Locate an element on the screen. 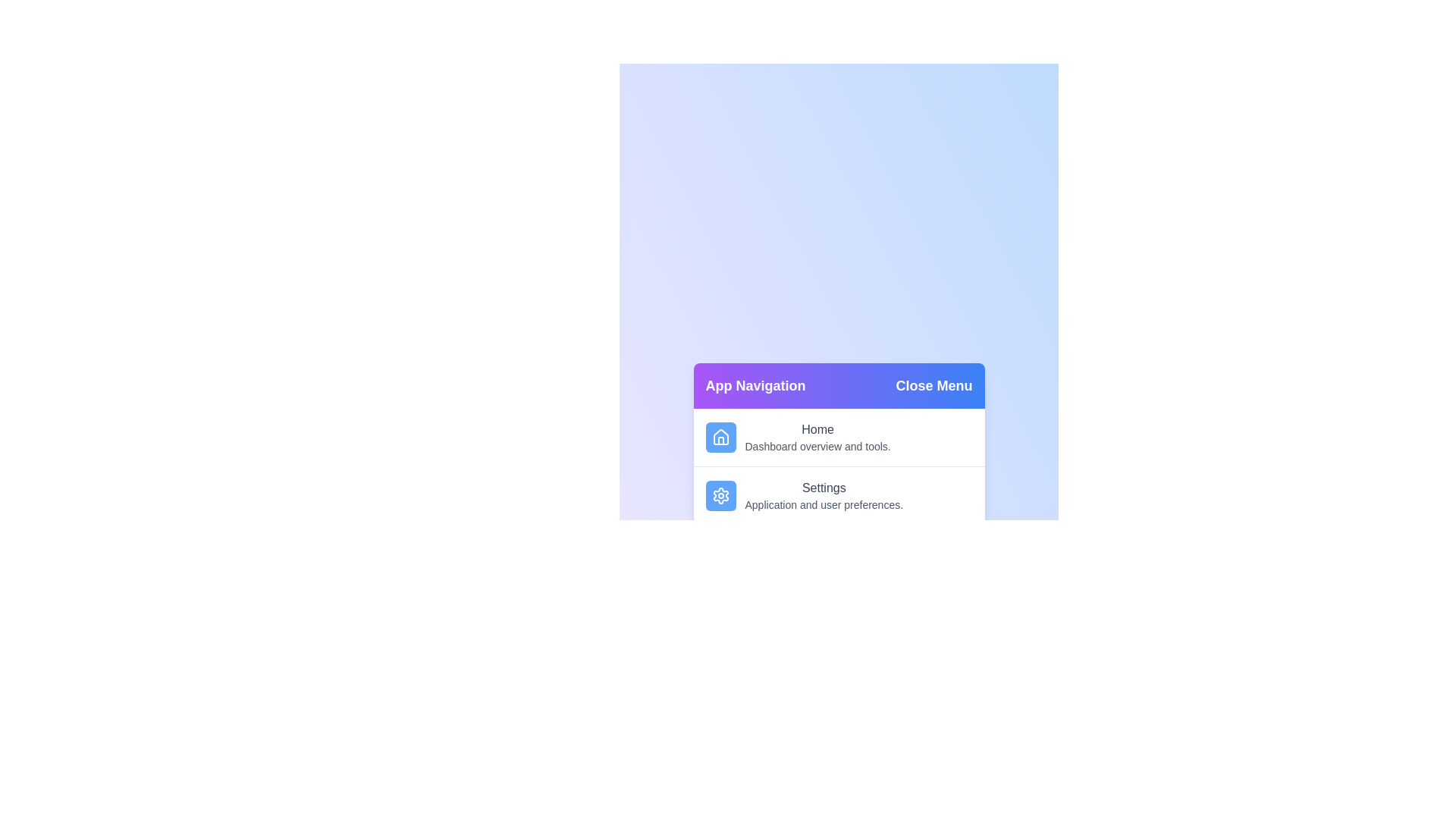 The width and height of the screenshot is (1456, 819). the 'Close Menu' button to toggle the menu state is located at coordinates (934, 385).